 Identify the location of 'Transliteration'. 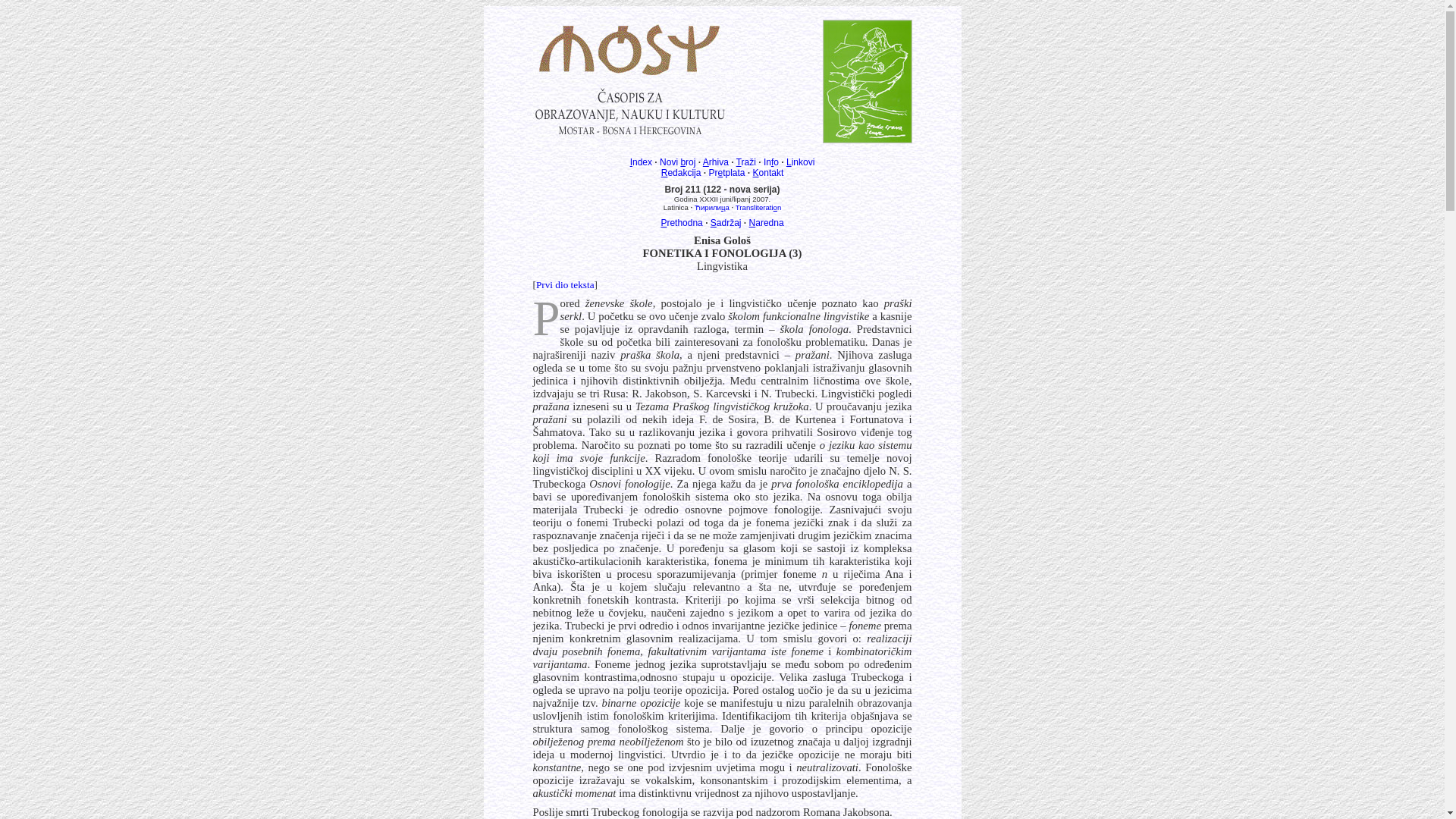
(758, 207).